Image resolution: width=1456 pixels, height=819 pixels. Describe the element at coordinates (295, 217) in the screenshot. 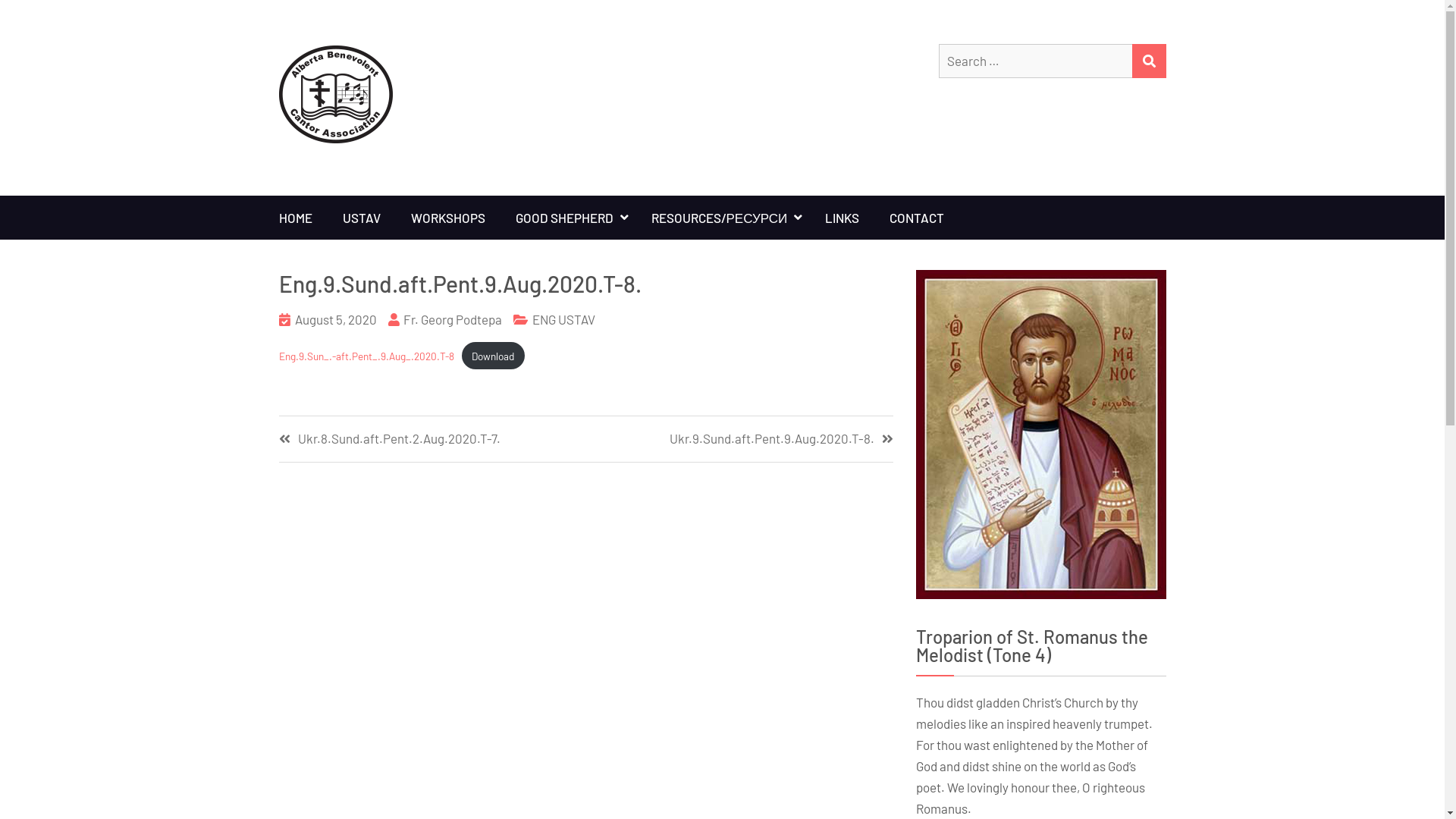

I see `'HOME'` at that location.